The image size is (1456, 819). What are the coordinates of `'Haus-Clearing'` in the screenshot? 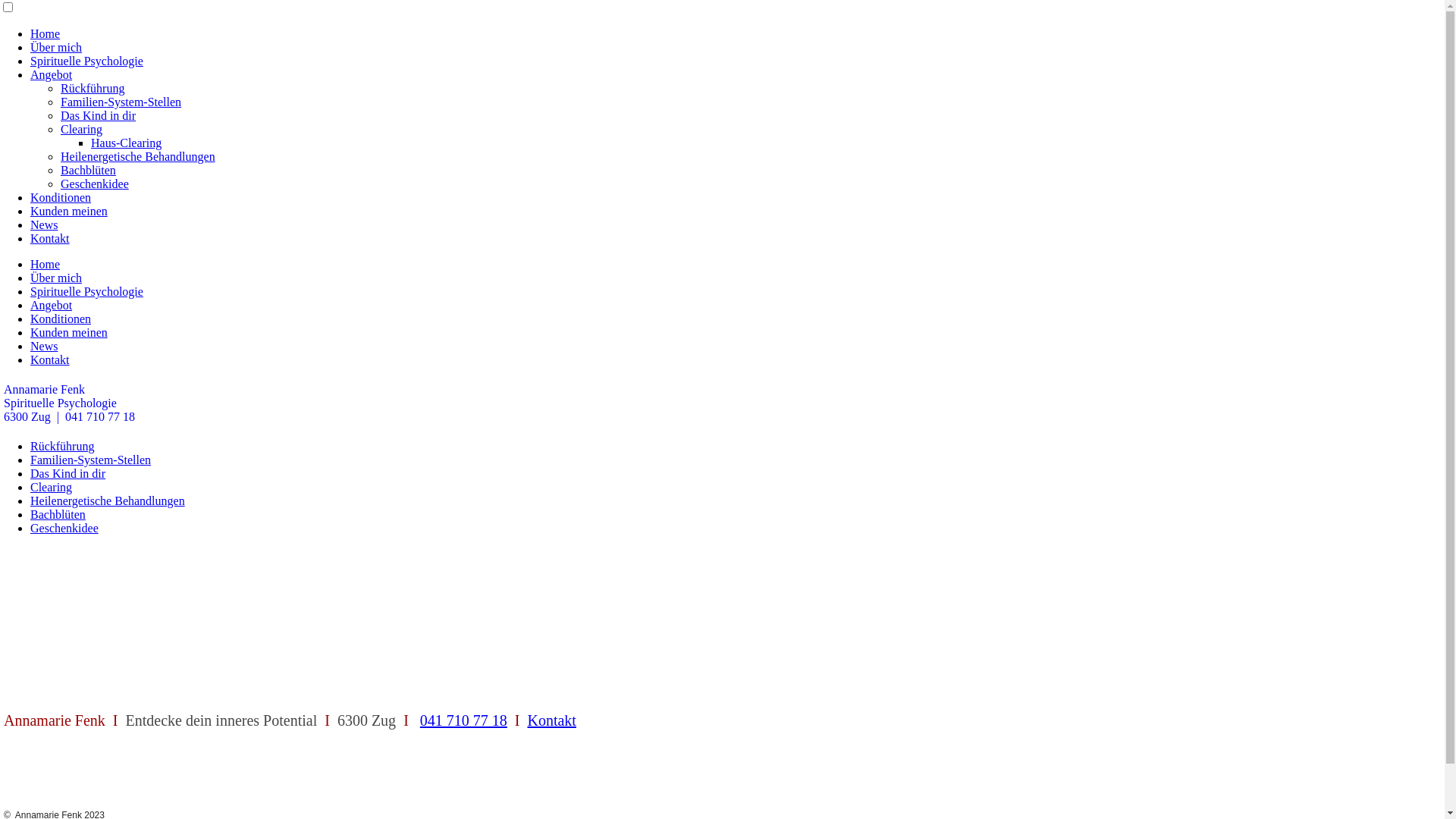 It's located at (126, 143).